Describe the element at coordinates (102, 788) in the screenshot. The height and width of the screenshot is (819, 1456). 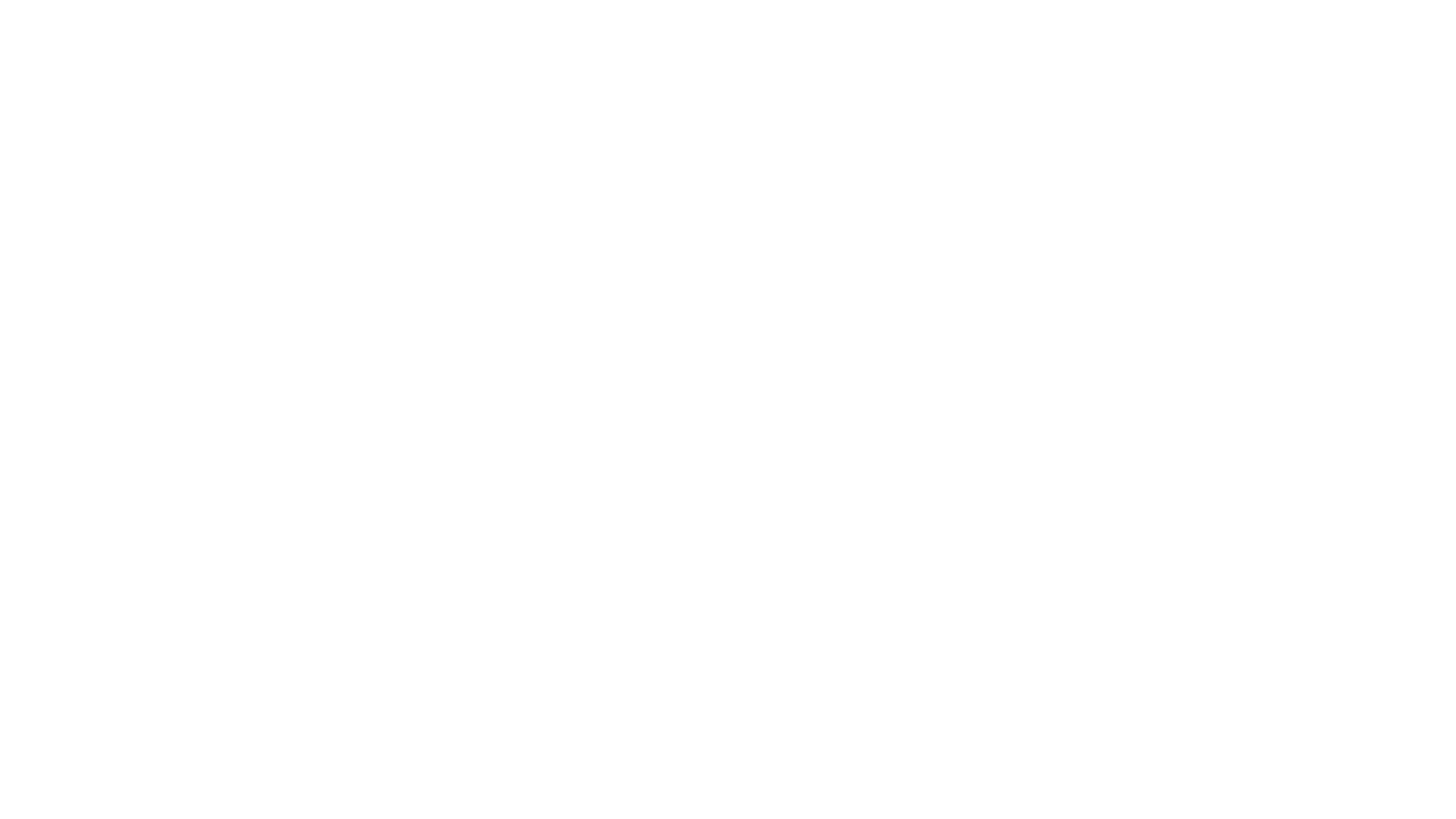
I see `Next` at that location.